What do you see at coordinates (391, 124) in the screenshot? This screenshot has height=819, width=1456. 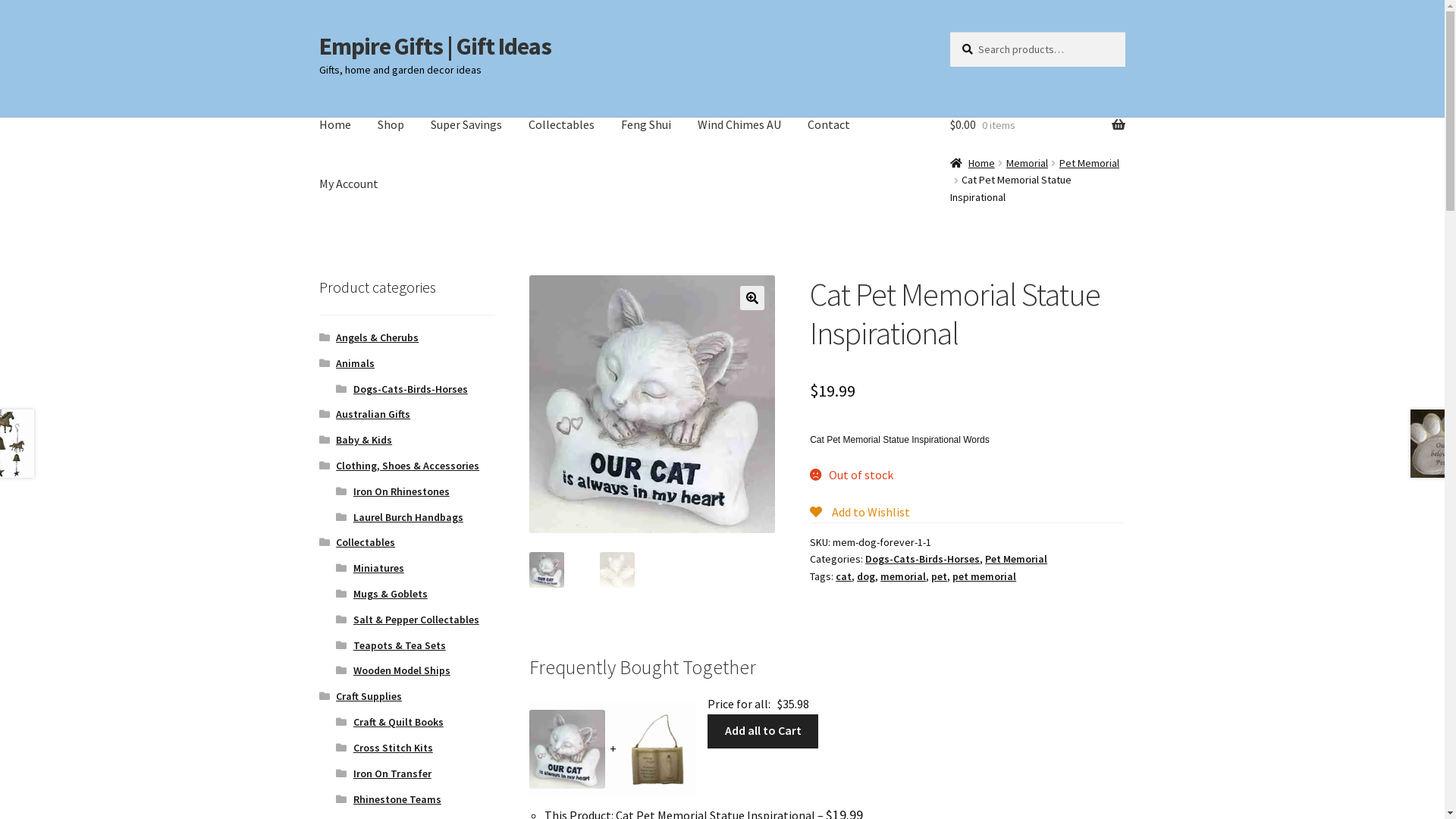 I see `'Shop'` at bounding box center [391, 124].